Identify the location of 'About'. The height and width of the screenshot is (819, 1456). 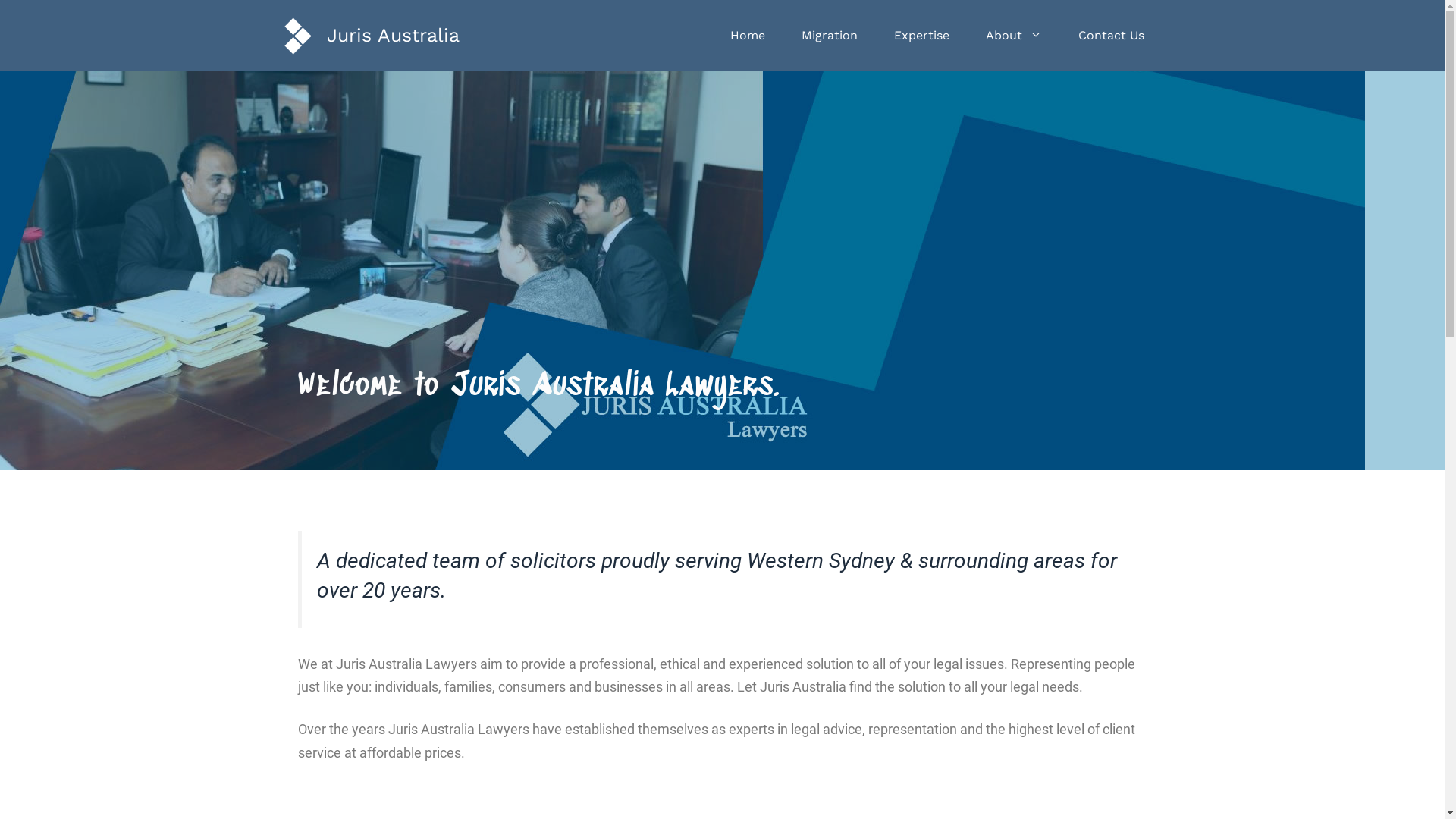
(1014, 34).